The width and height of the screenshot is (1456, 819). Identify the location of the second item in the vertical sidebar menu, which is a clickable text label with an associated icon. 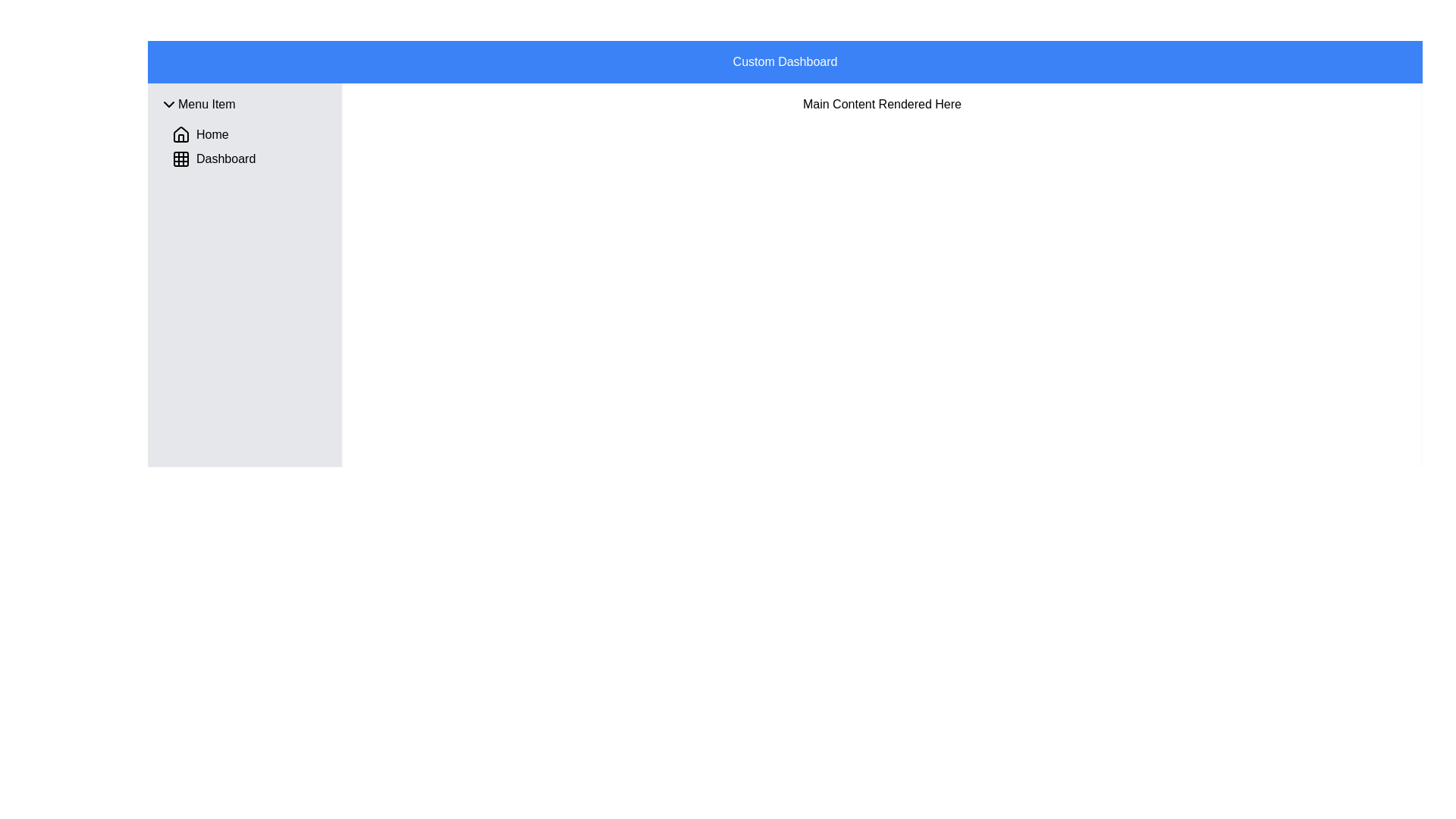
(251, 158).